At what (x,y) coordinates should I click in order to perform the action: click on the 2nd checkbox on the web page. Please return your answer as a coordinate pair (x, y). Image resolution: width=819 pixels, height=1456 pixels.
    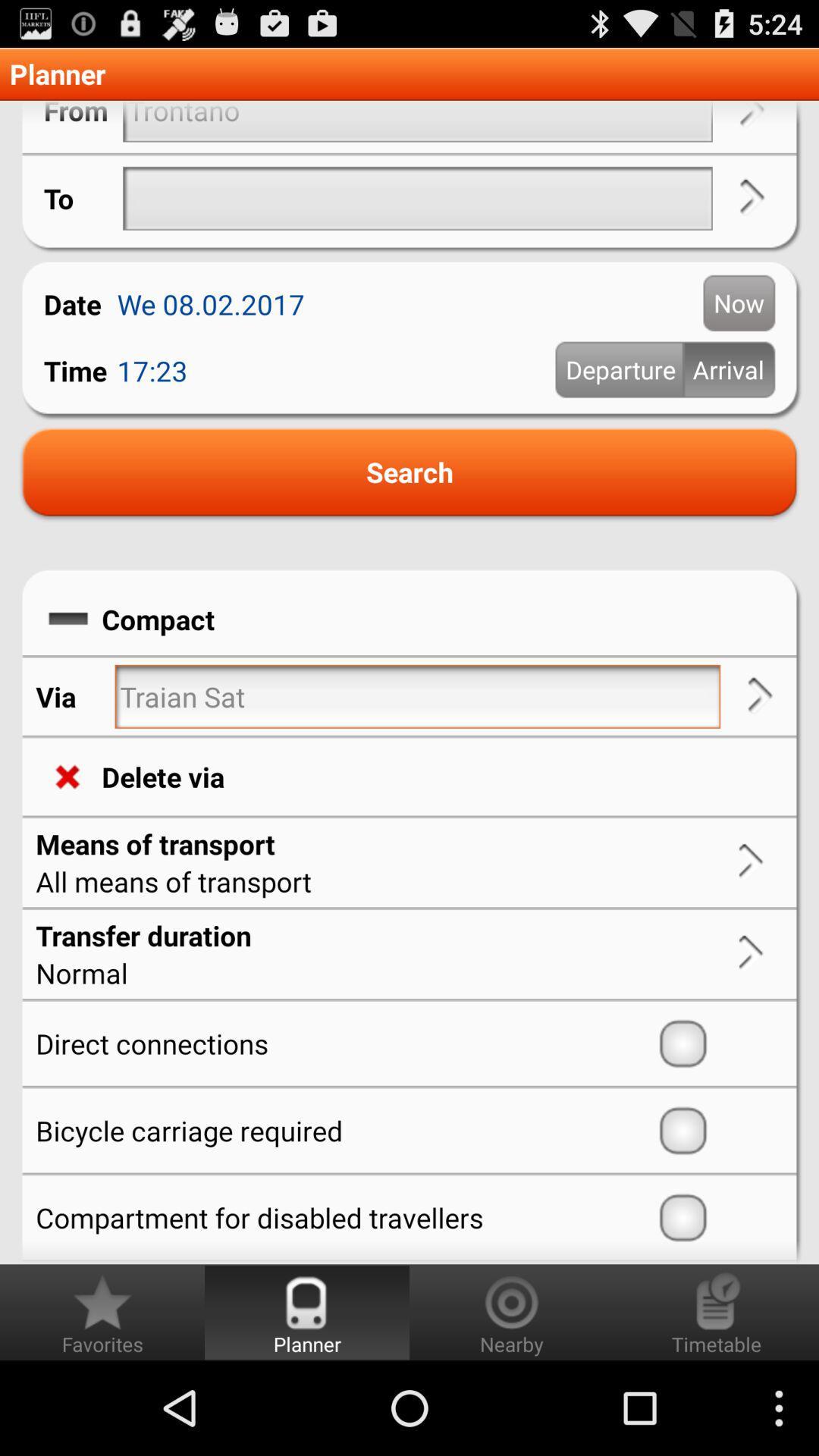
    Looking at the image, I should click on (717, 1131).